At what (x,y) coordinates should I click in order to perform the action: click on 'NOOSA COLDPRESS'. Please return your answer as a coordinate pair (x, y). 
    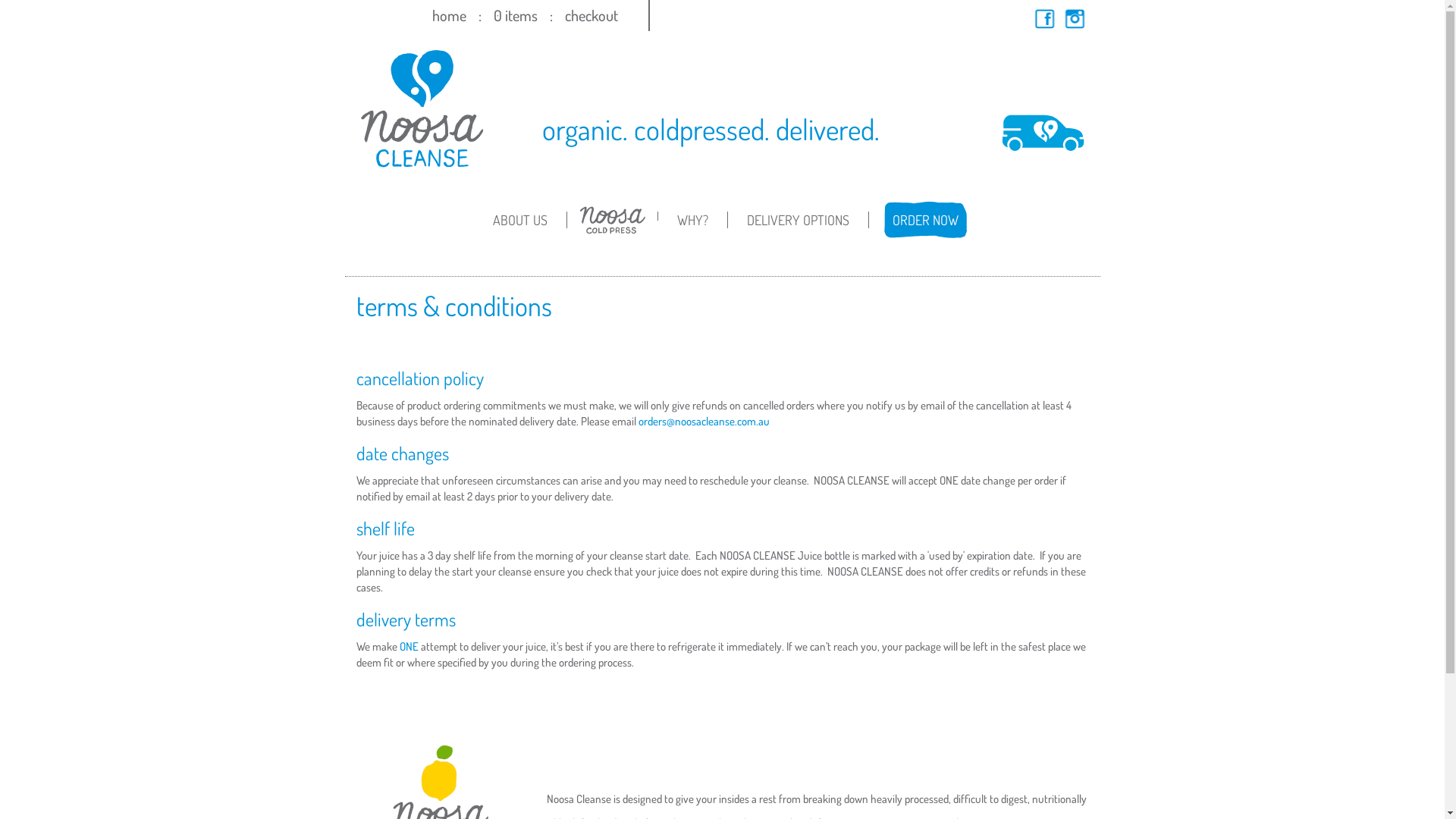
    Looking at the image, I should click on (612, 231).